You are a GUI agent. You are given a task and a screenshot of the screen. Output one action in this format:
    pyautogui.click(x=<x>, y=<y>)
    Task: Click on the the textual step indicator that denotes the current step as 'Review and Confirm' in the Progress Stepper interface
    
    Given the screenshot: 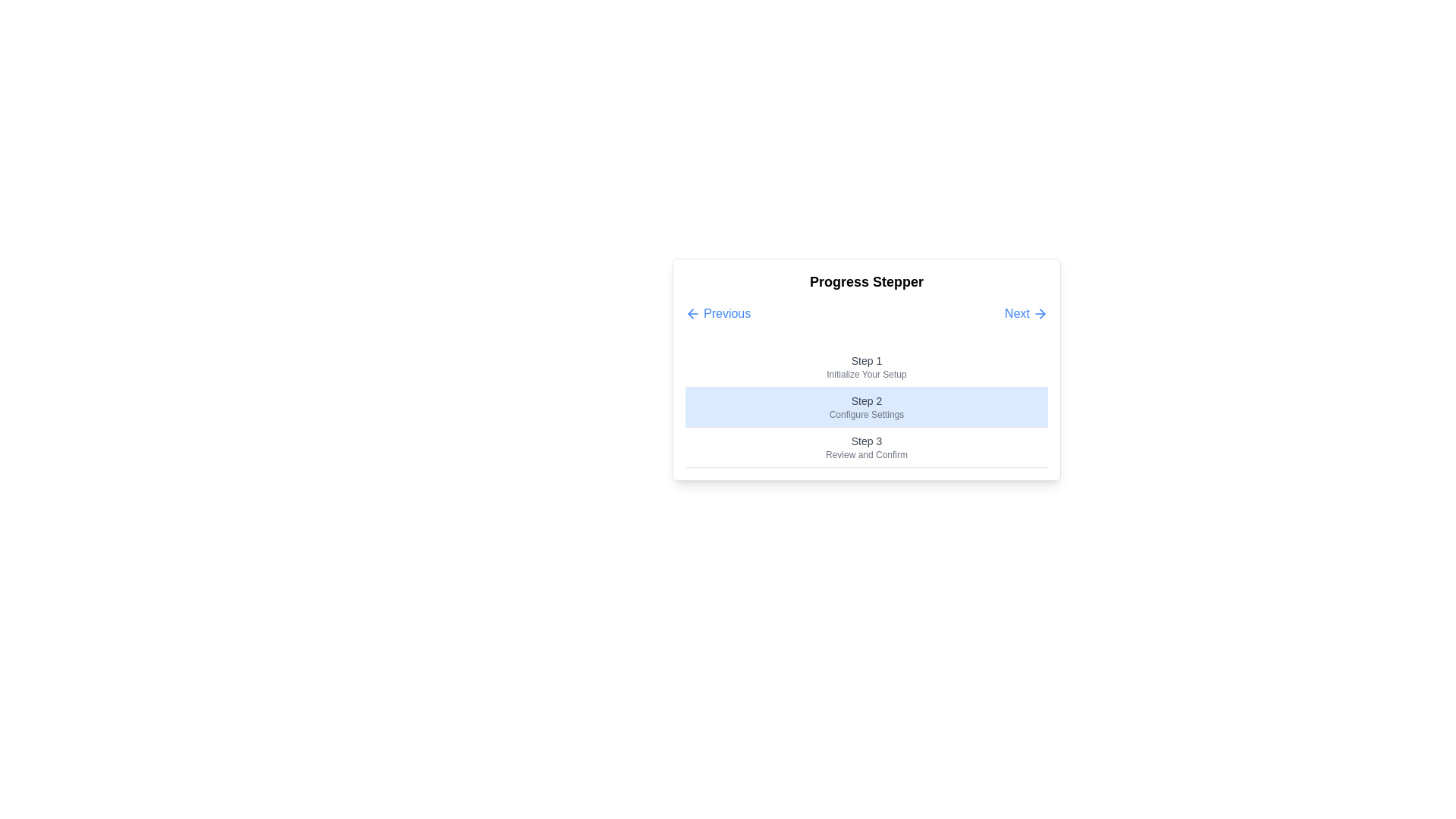 What is the action you would take?
    pyautogui.click(x=866, y=447)
    